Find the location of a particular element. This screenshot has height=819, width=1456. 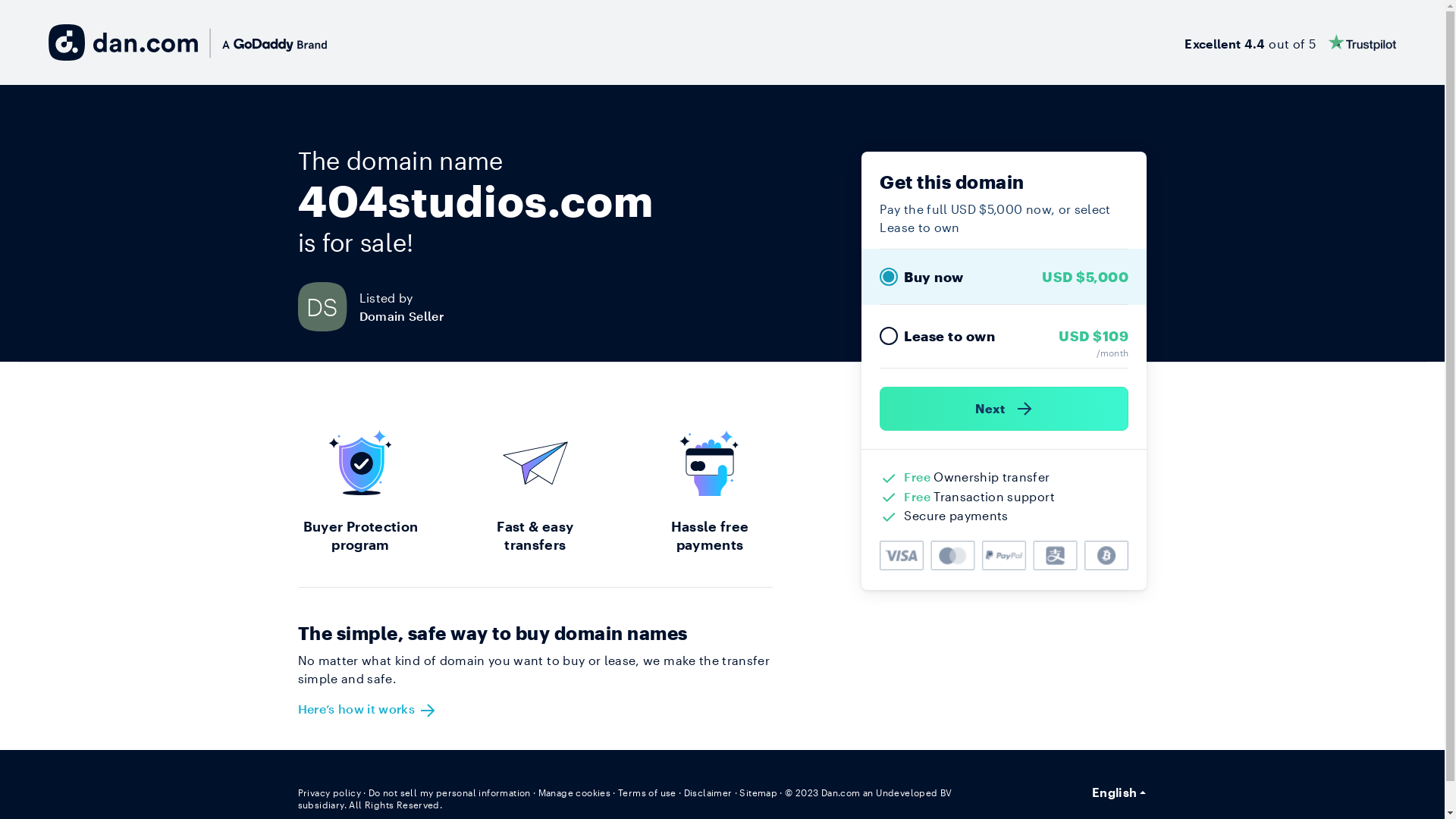

'English' is located at coordinates (1090, 792).